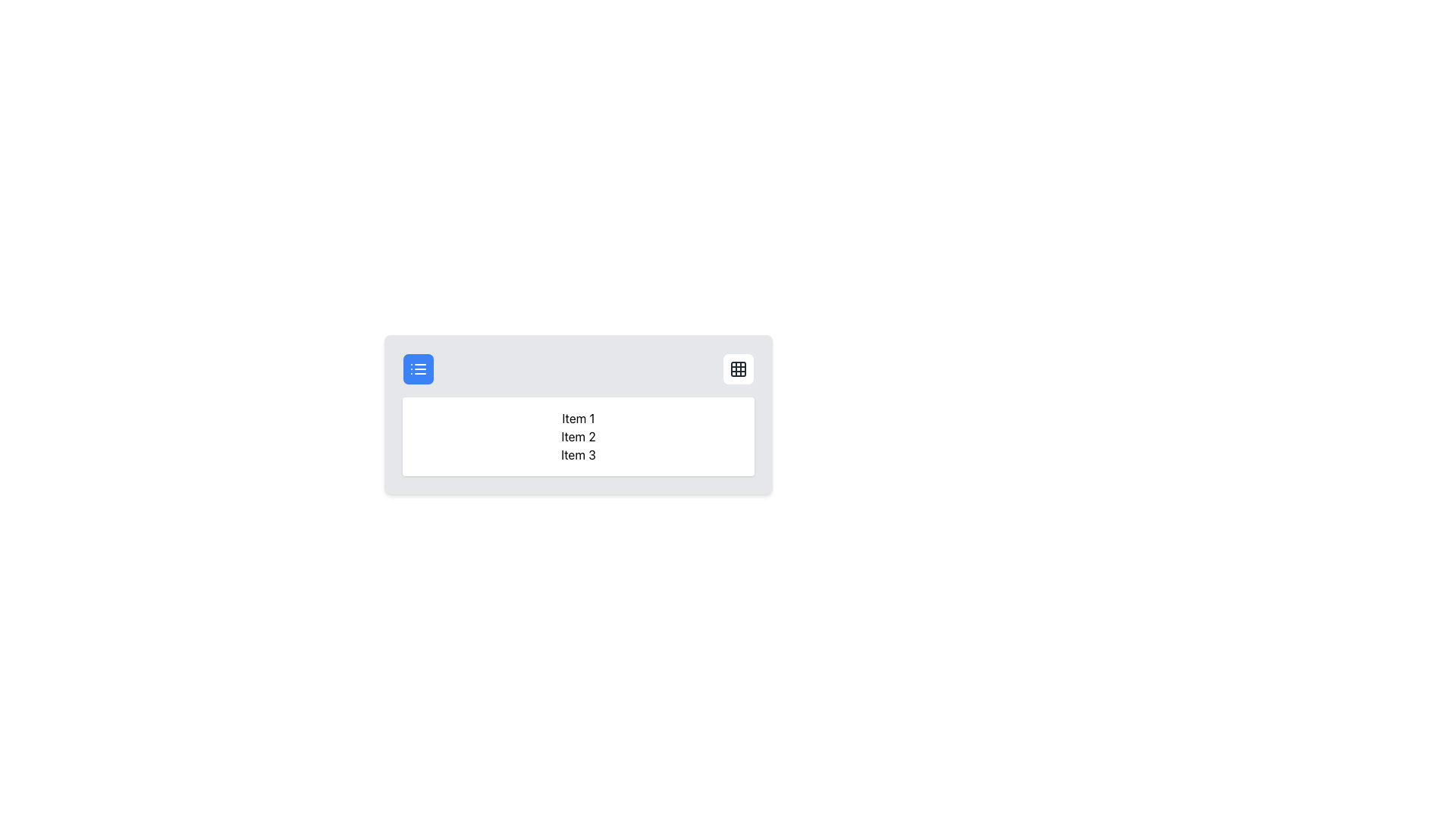  I want to click on the rectangular button with a grid icon in its center, so click(739, 369).